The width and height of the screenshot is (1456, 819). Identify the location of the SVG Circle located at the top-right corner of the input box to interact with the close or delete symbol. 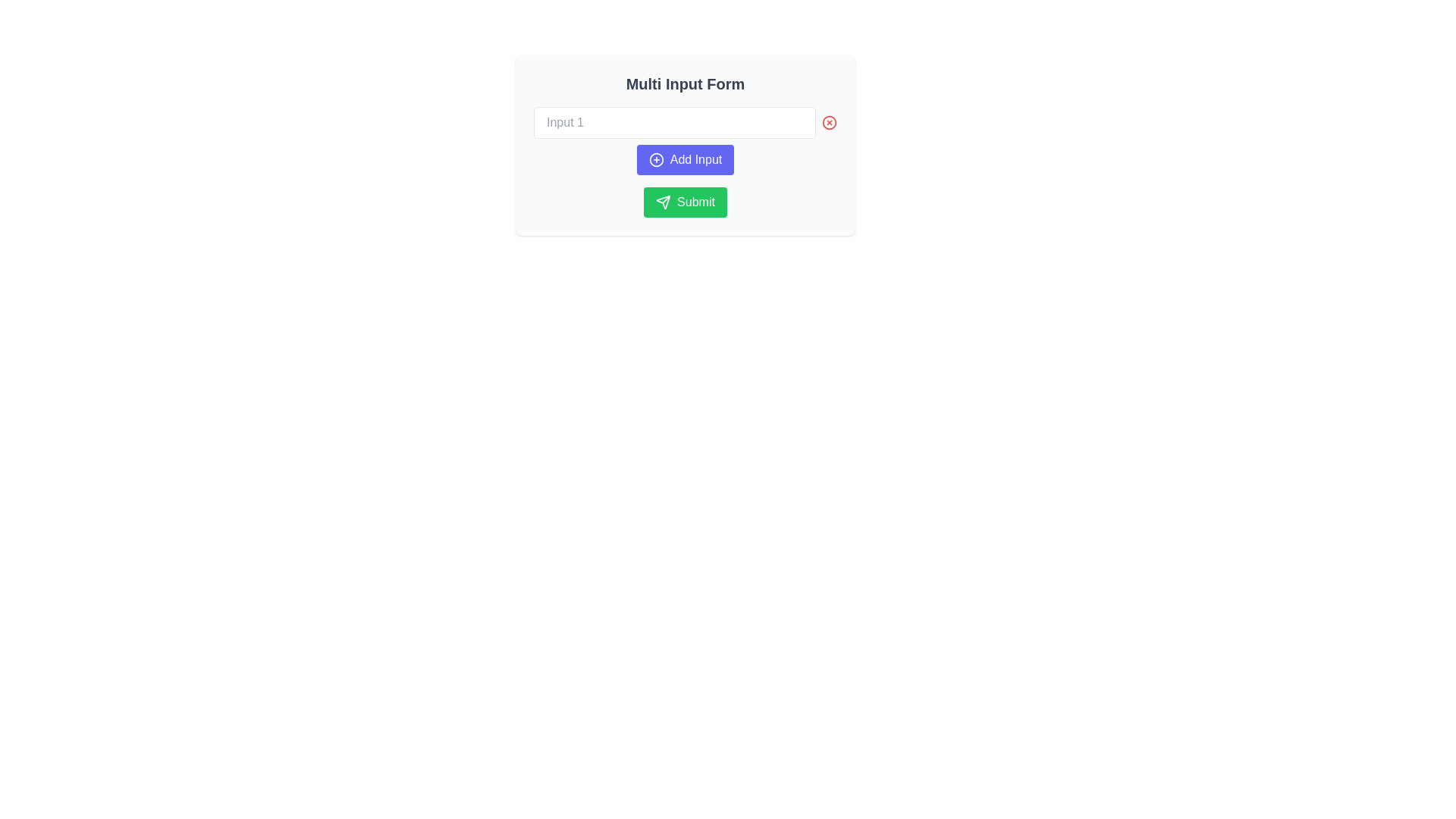
(829, 122).